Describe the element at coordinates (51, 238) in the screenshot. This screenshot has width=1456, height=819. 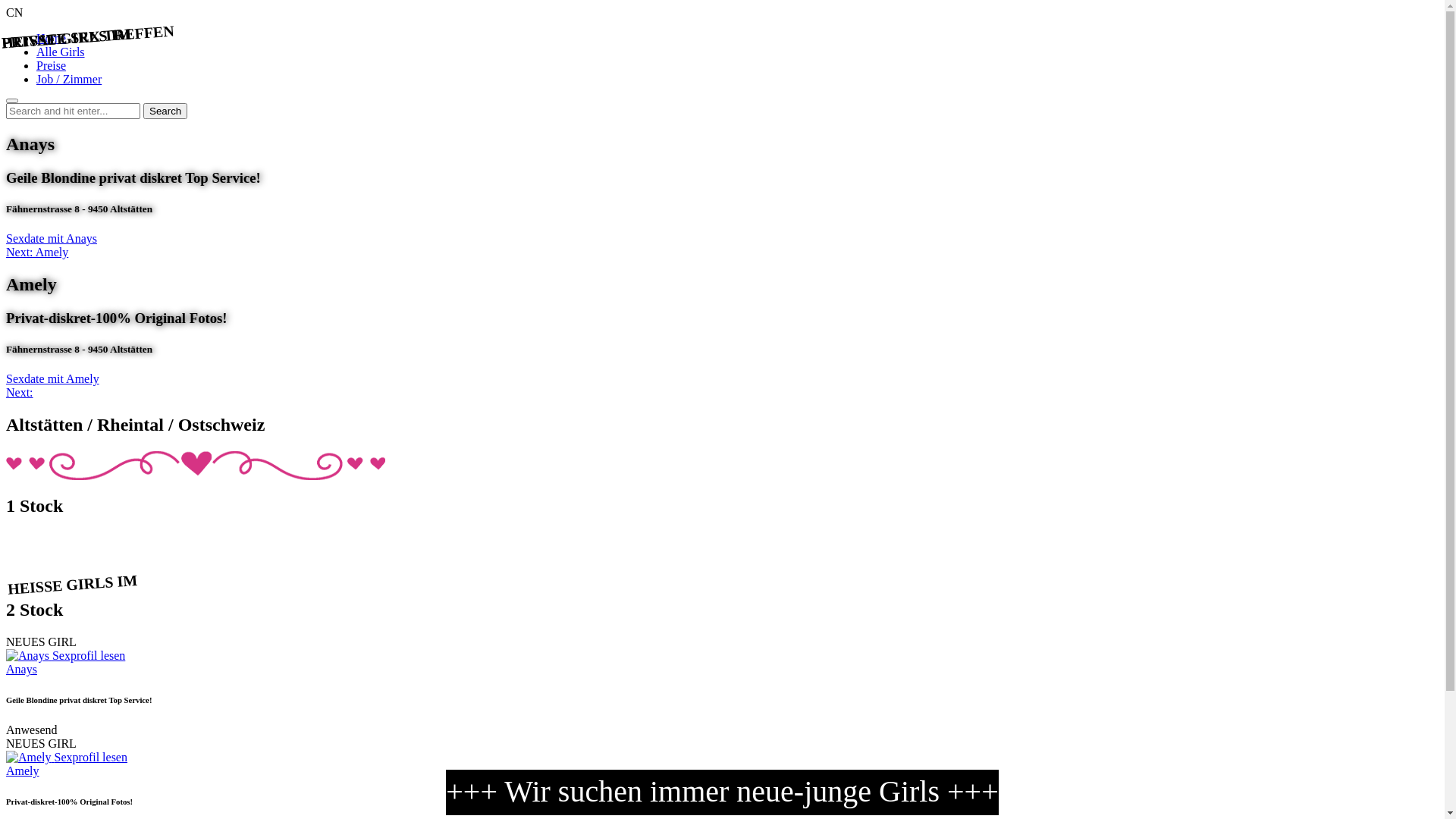
I see `'Sexdate mit Anays'` at that location.